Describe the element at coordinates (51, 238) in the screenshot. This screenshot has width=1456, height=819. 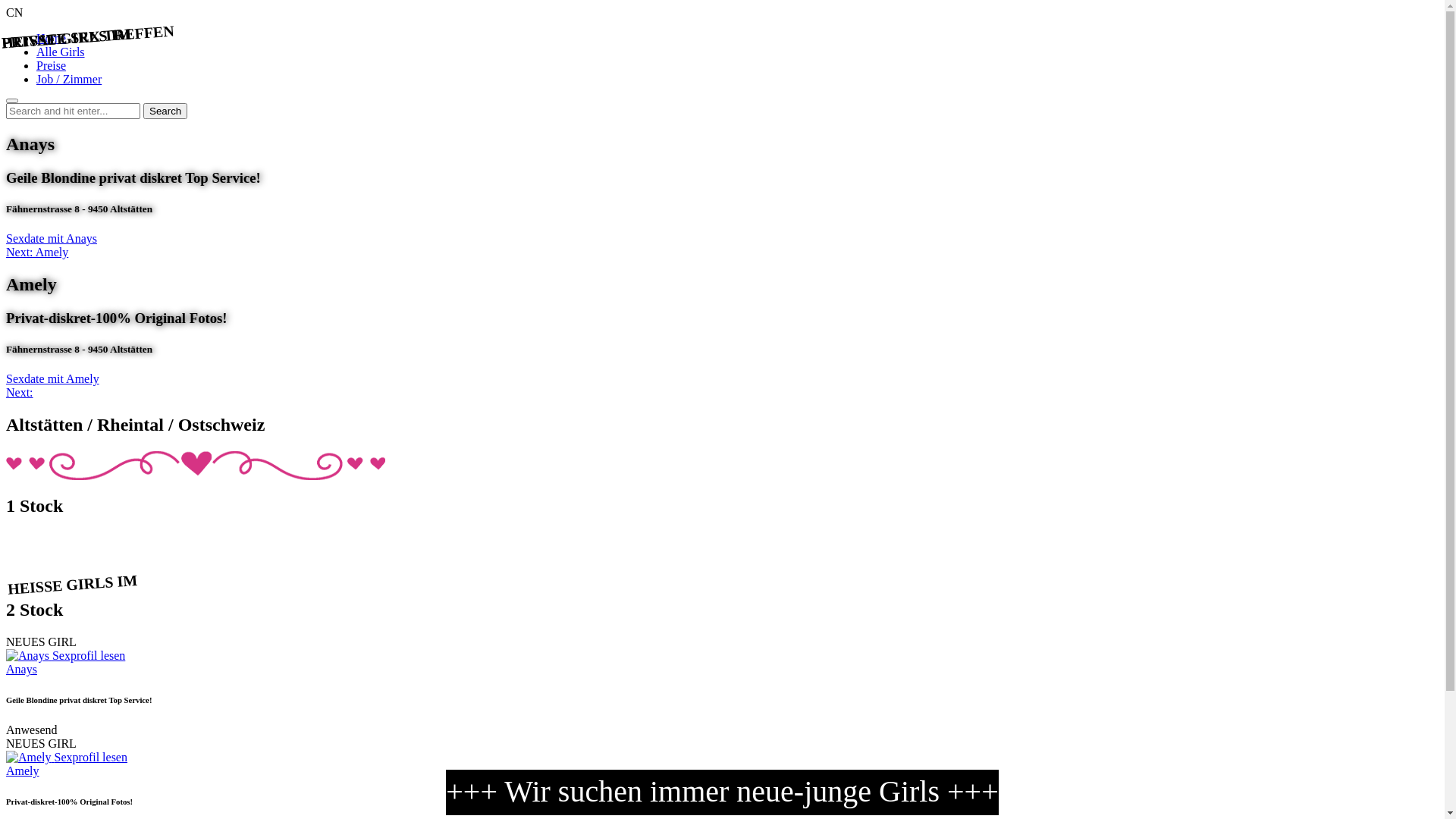
I see `'Sexdate mit Anays'` at that location.